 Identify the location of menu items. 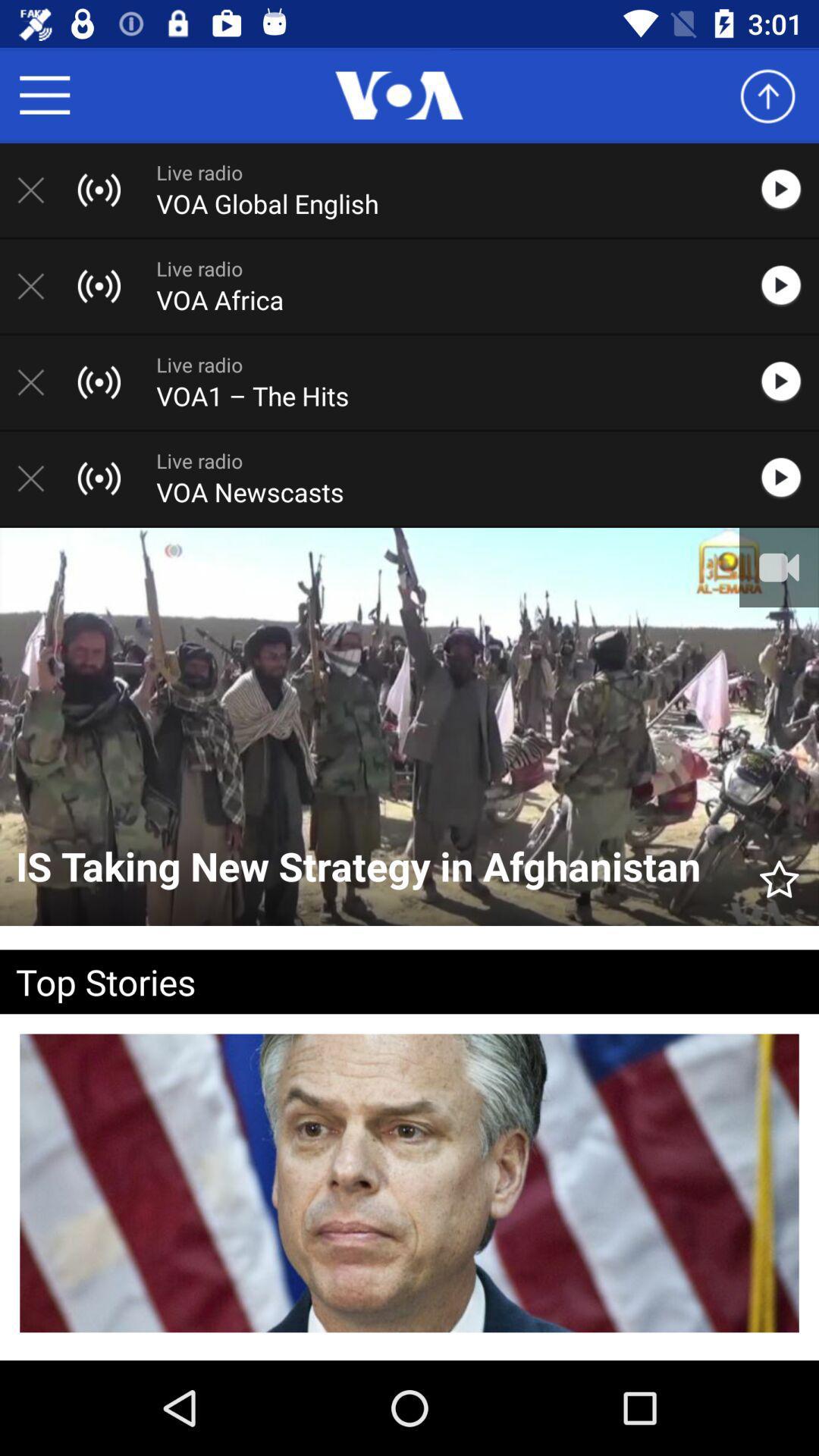
(44, 94).